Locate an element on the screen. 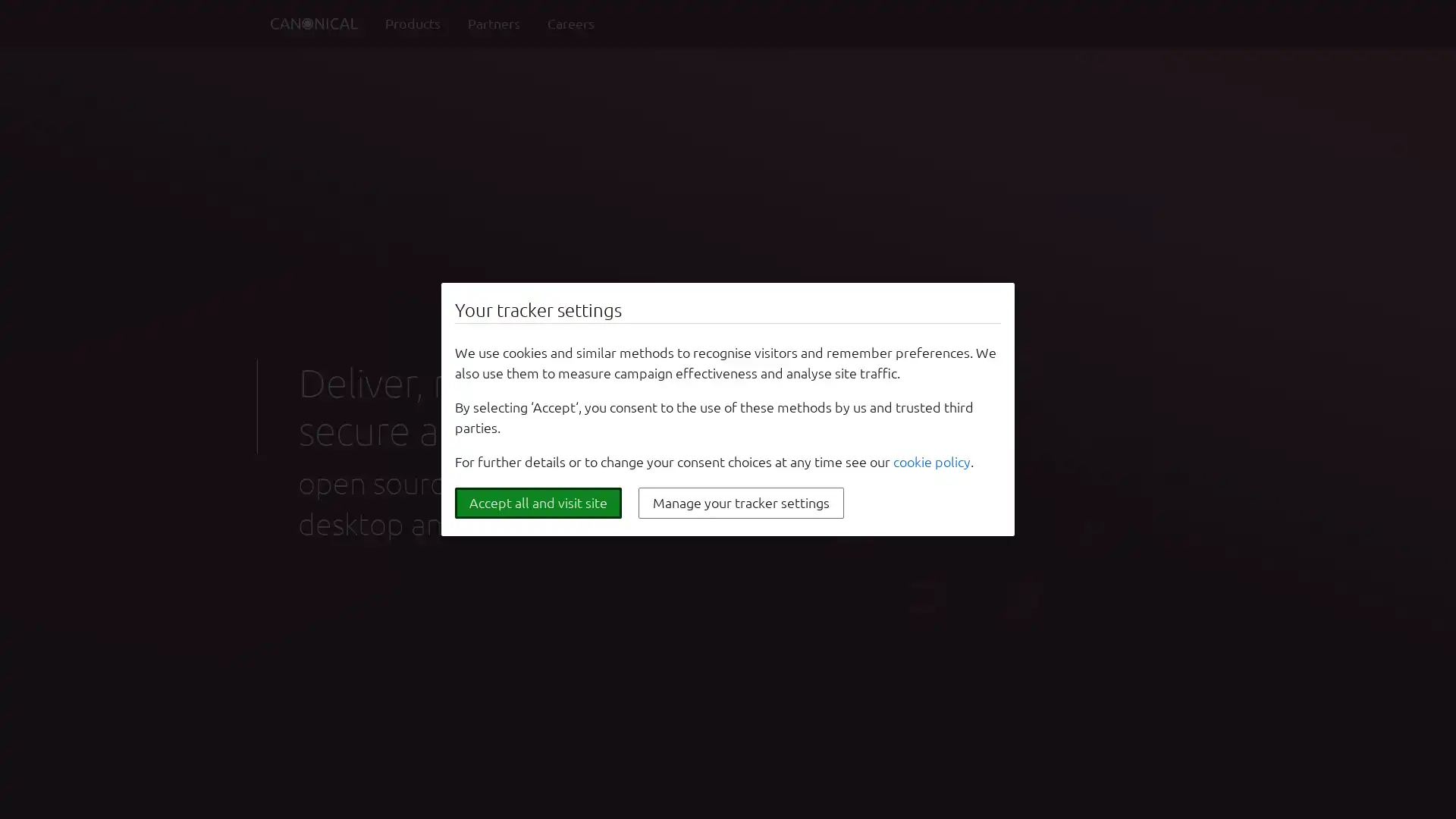 The image size is (1456, 819). Manage your tracker settings is located at coordinates (741, 503).